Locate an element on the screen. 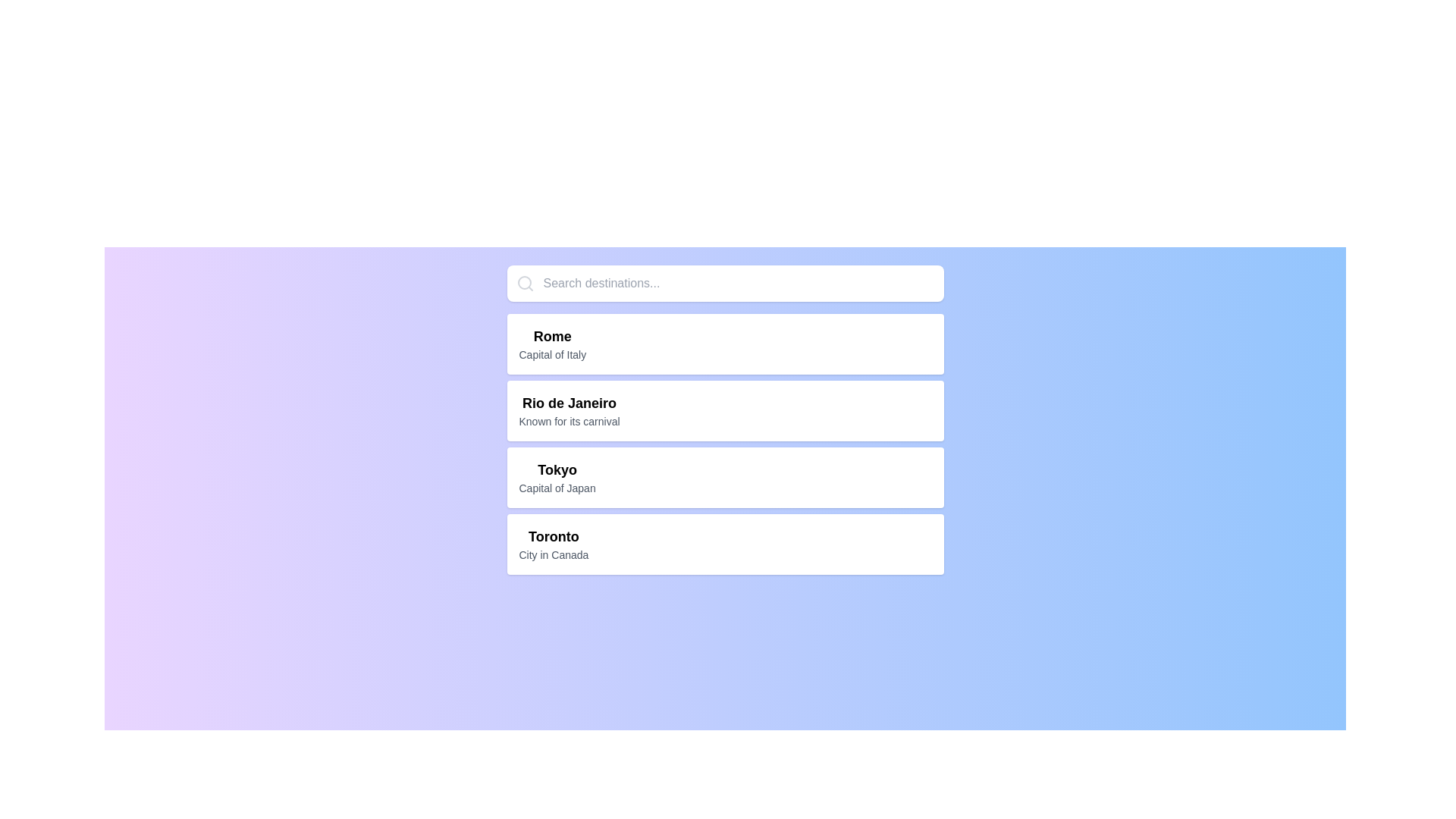 Image resolution: width=1456 pixels, height=819 pixels. the second interactive card in the list that provides details about 'Rio de Janeiro' is located at coordinates (724, 411).